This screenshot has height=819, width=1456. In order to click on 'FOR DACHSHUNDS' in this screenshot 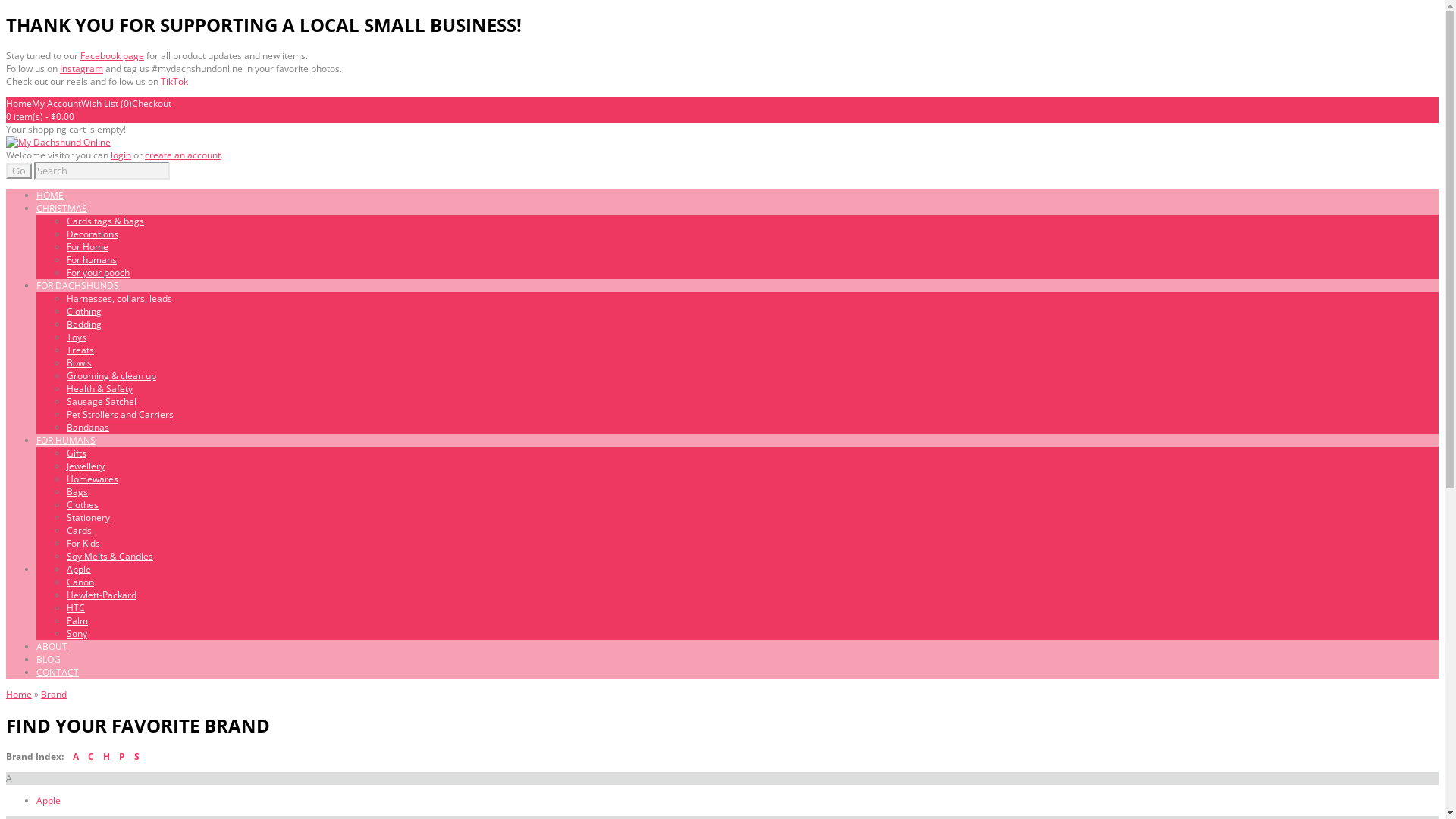, I will do `click(77, 285)`.